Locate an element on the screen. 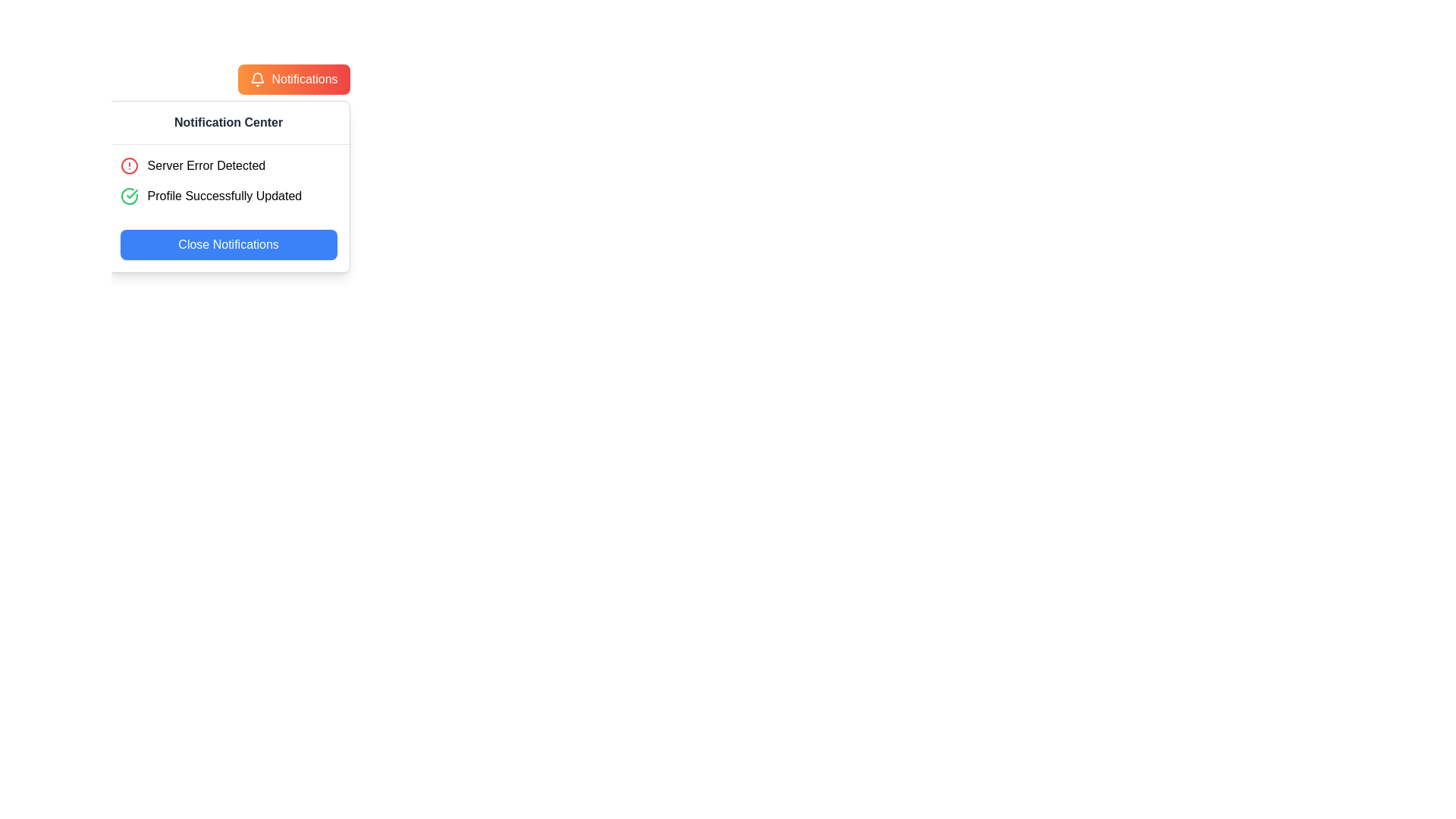 The height and width of the screenshot is (819, 1456). the notification icon located on the left side of the 'Notifications' button at the top-right corner of the notification panel is located at coordinates (258, 79).